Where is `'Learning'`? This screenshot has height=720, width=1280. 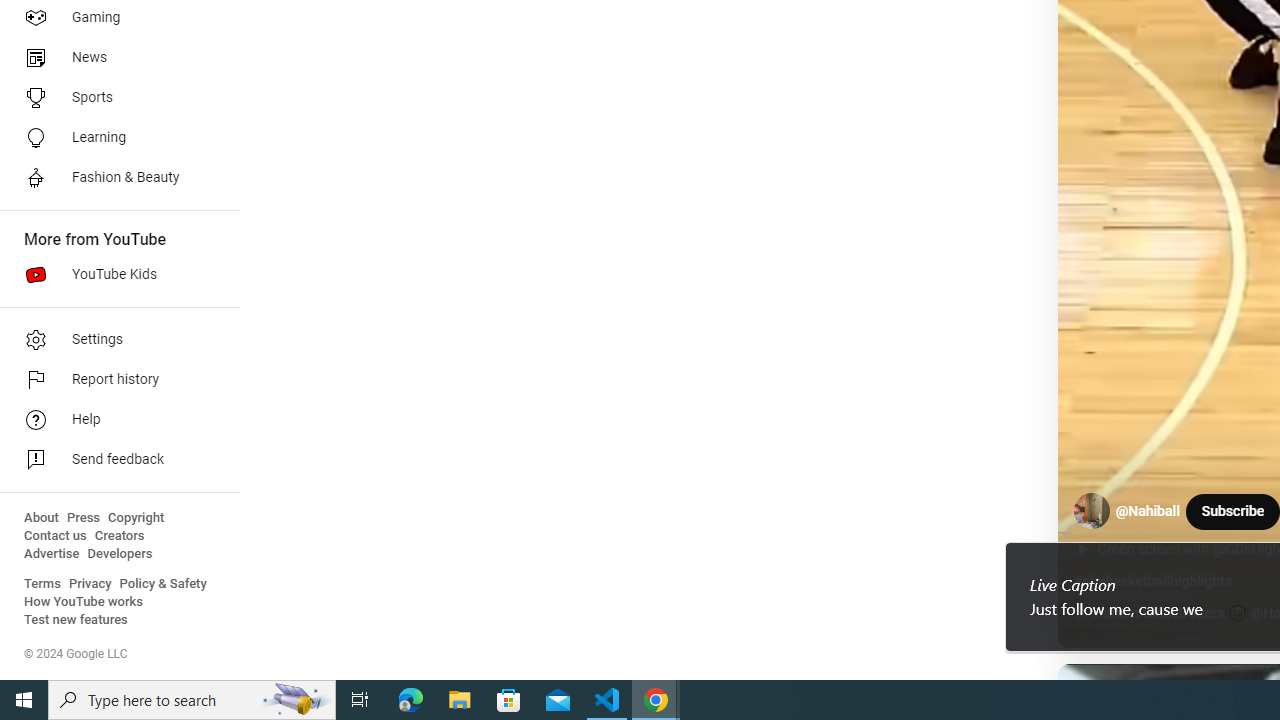
'Learning' is located at coordinates (112, 136).